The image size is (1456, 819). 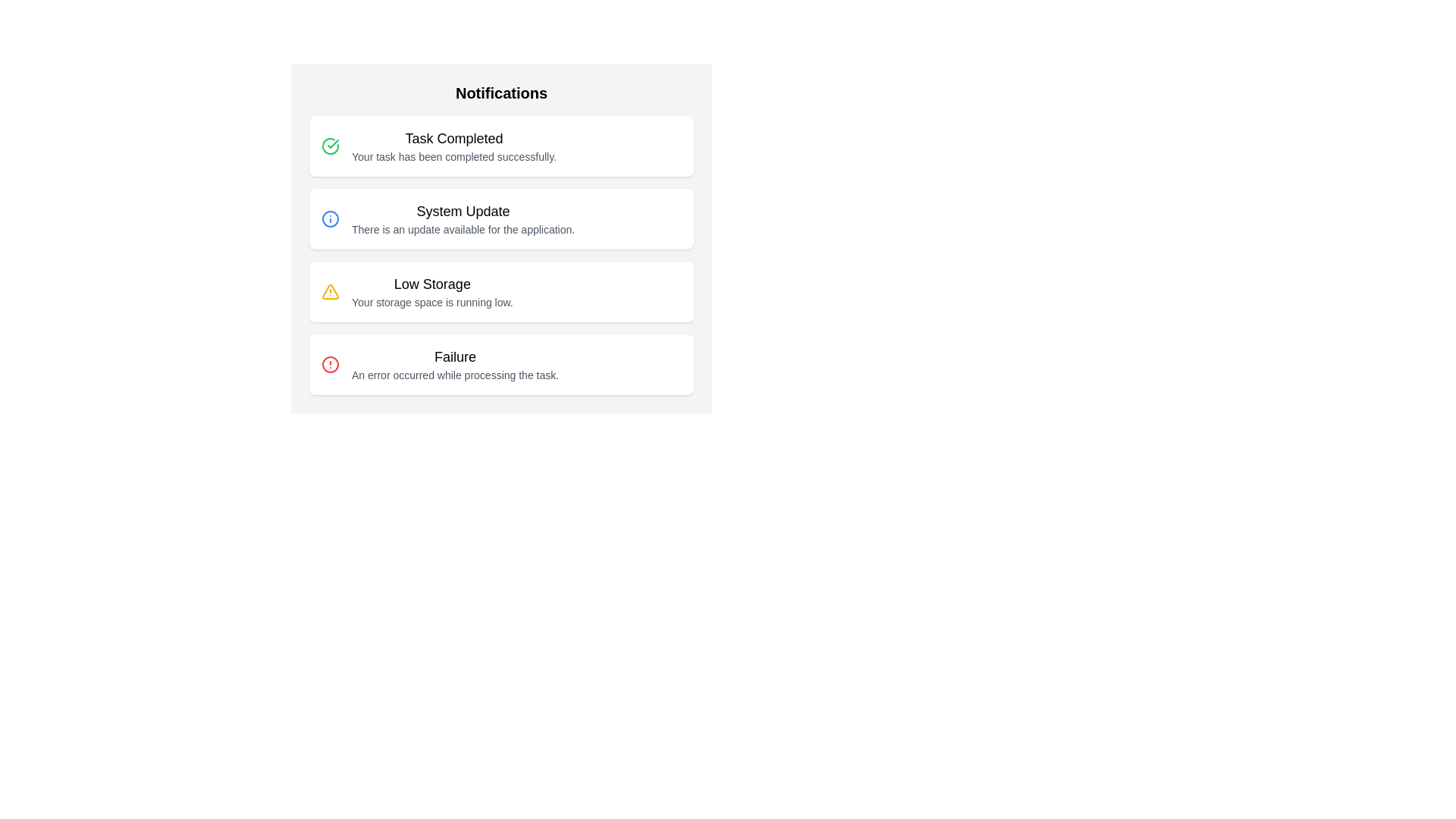 What do you see at coordinates (454, 375) in the screenshot?
I see `the text styled in a small font and gray color that says 'An error occurred while processing the task.' This text is located below the sibling text 'Failure' within the notification panel` at bounding box center [454, 375].